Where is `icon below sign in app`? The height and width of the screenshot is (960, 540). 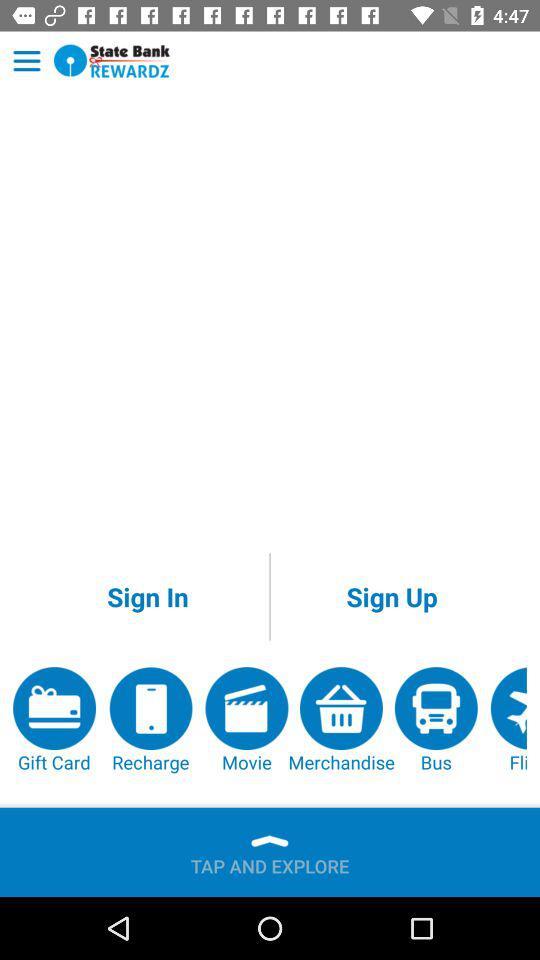
icon below sign in app is located at coordinates (246, 720).